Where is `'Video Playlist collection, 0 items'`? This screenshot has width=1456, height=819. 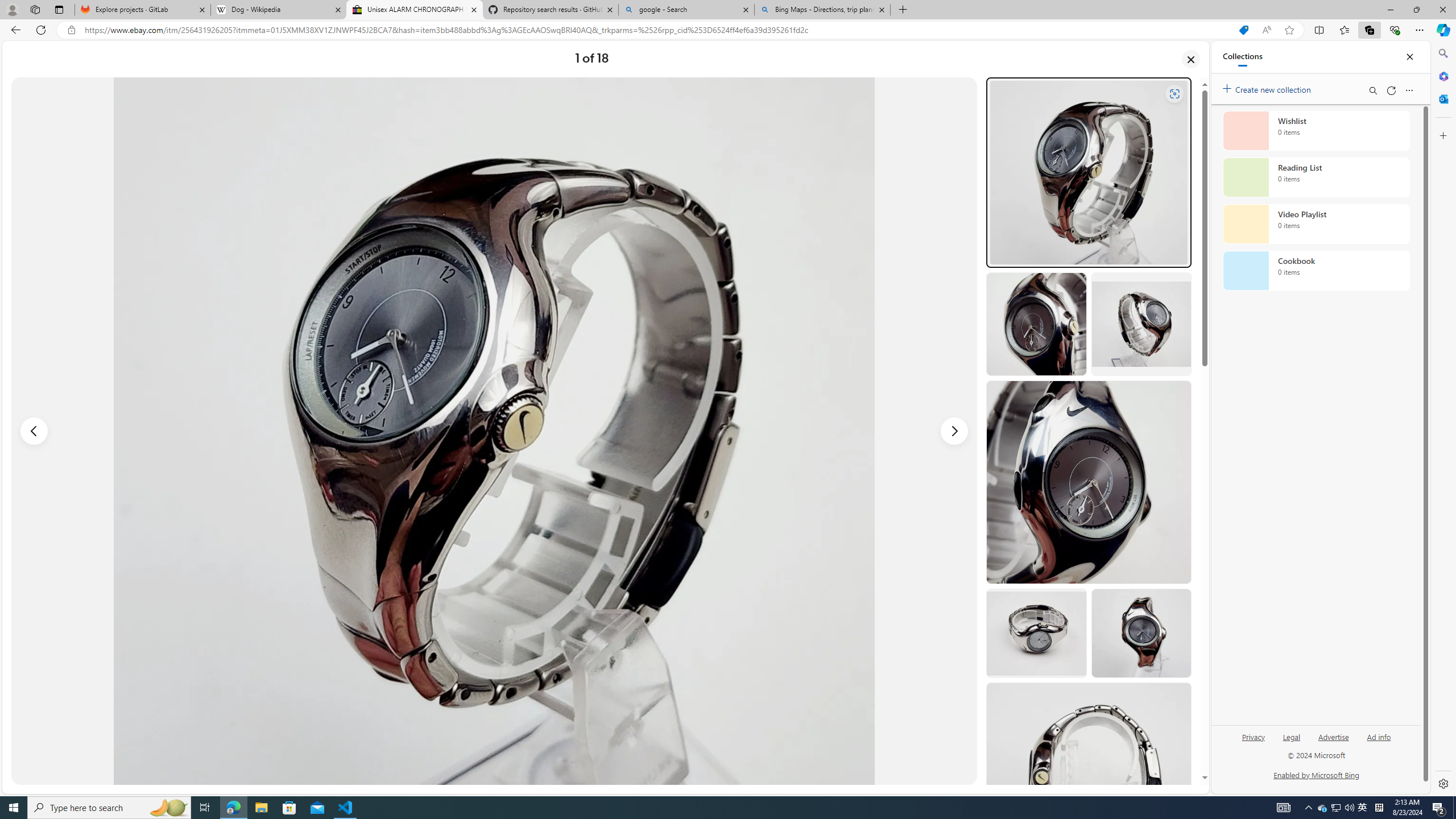
'Video Playlist collection, 0 items' is located at coordinates (1316, 223).